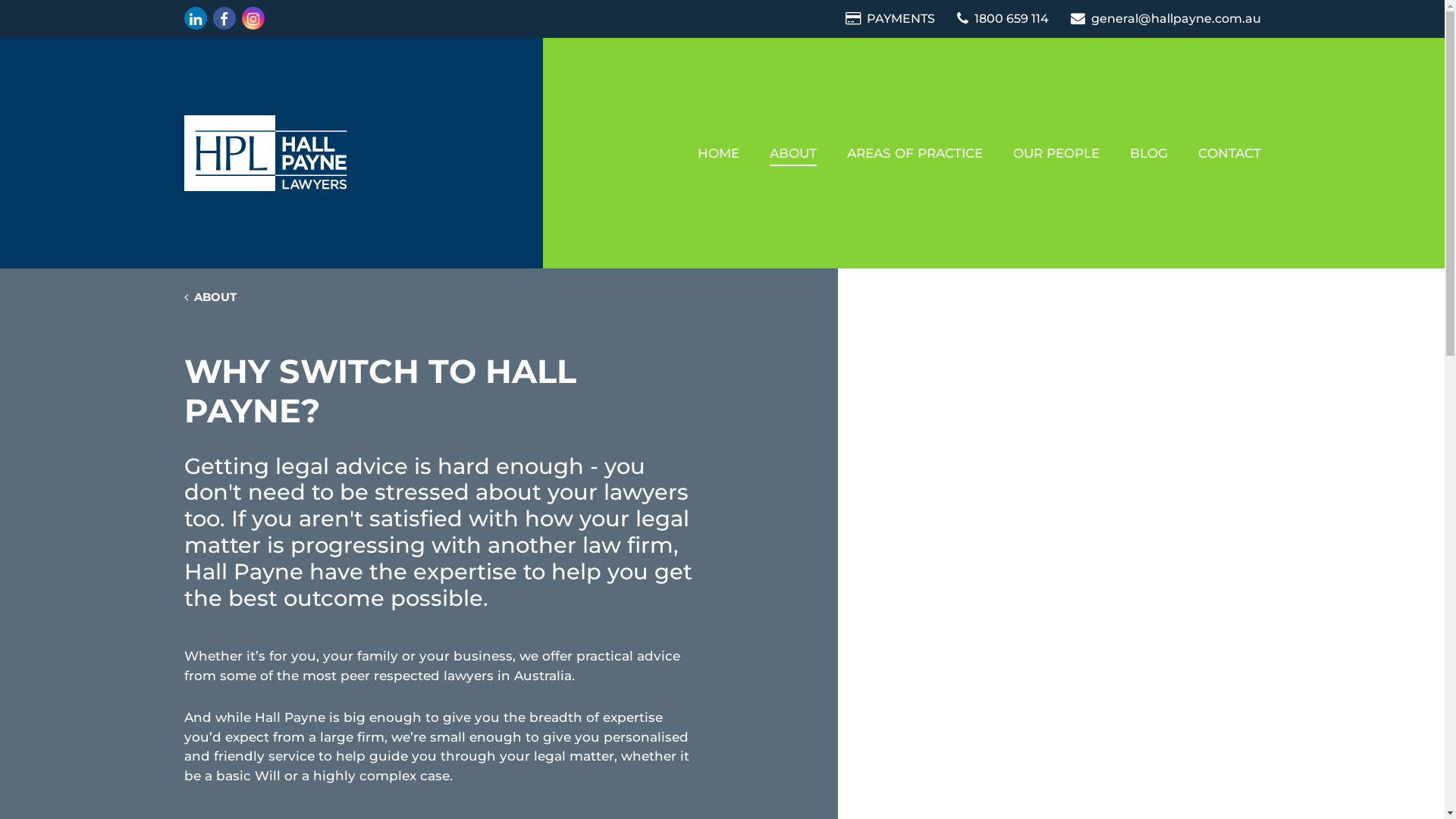  What do you see at coordinates (252, 17) in the screenshot?
I see `'Instagram'` at bounding box center [252, 17].